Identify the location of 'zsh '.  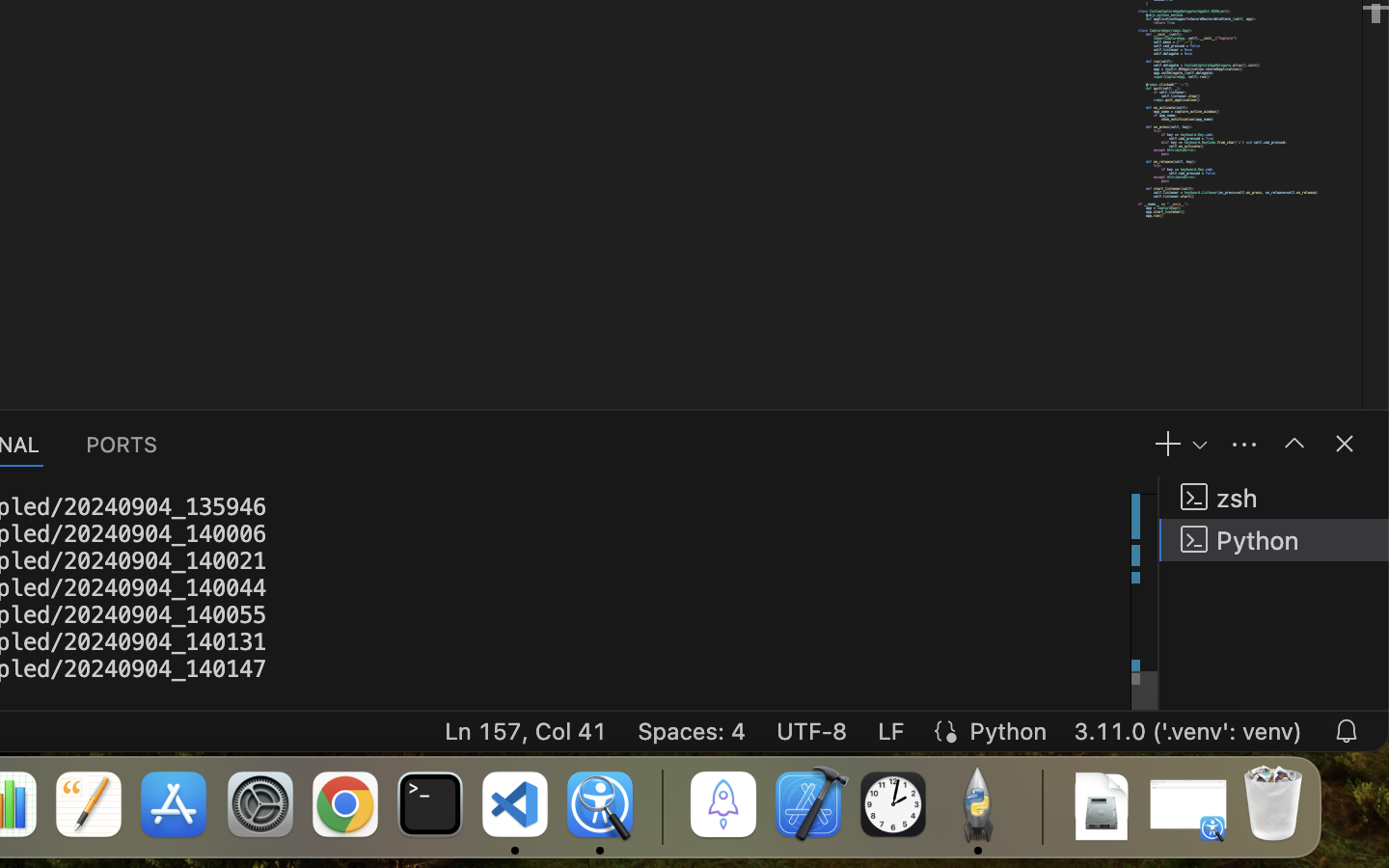
(1273, 496).